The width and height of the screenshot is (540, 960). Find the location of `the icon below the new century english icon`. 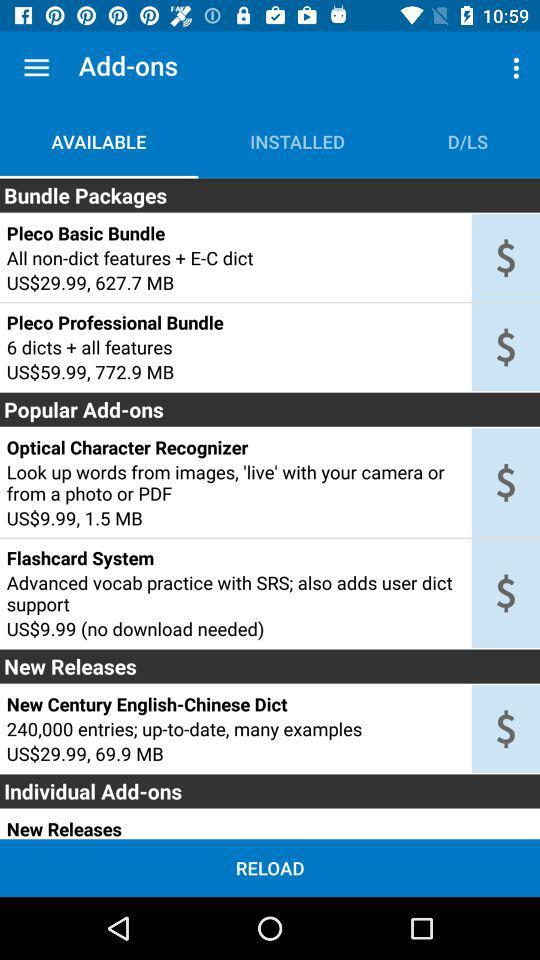

the icon below the new century english icon is located at coordinates (234, 728).